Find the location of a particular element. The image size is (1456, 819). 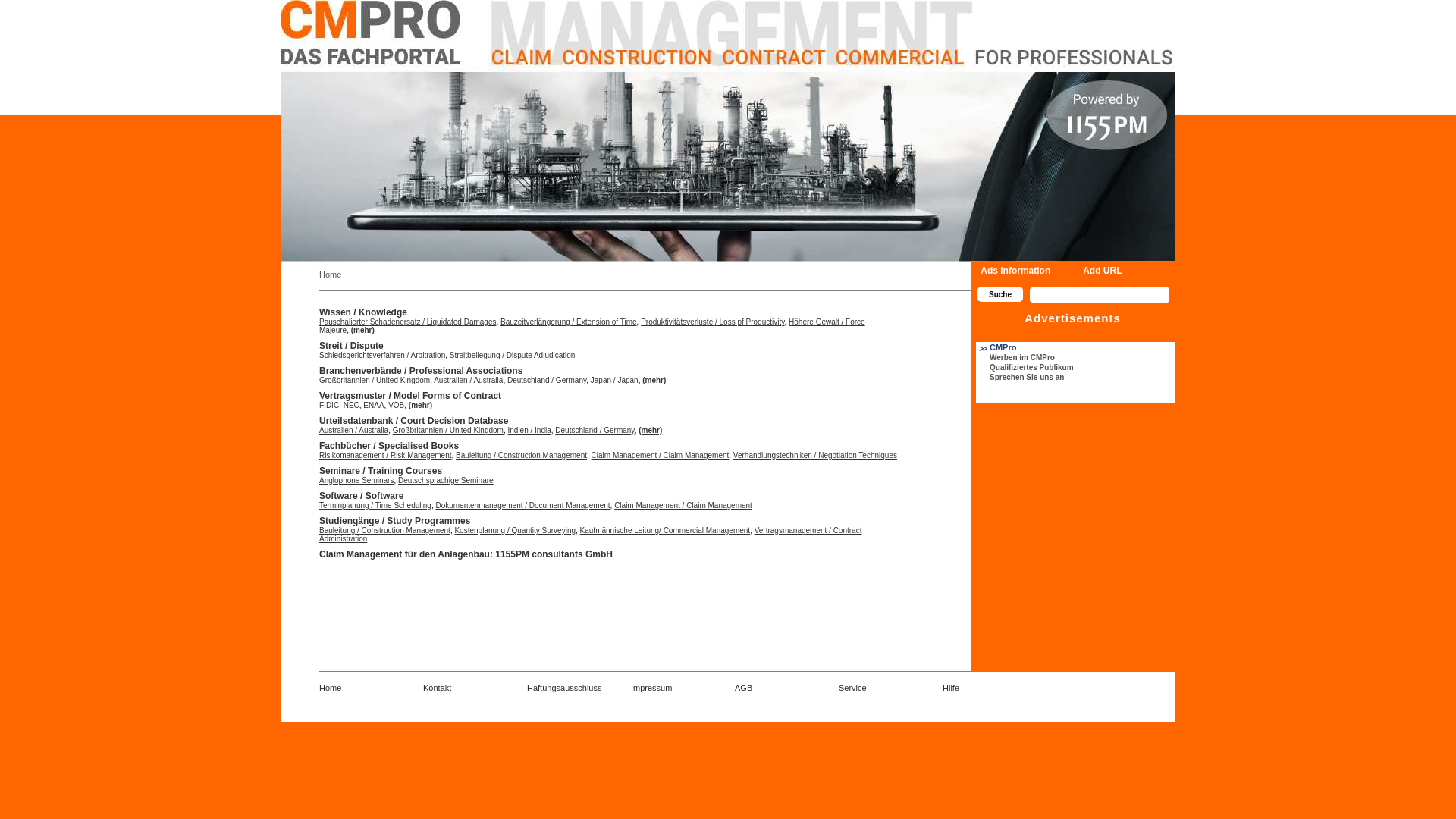

'Dokumentenmanagement / Document Management' is located at coordinates (435, 505).